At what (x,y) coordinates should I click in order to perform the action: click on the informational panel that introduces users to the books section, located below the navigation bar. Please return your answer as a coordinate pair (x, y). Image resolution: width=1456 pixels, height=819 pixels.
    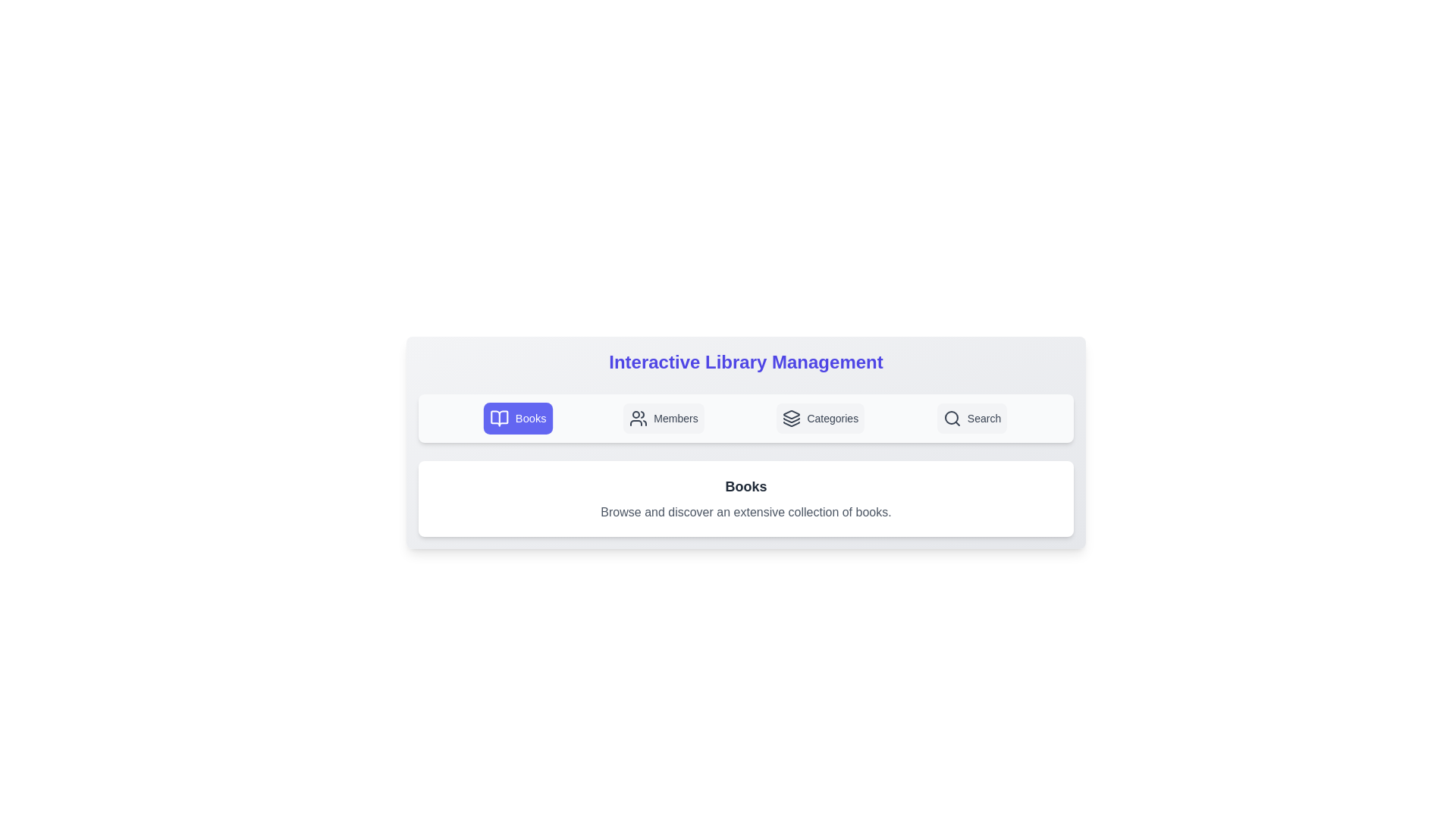
    Looking at the image, I should click on (745, 499).